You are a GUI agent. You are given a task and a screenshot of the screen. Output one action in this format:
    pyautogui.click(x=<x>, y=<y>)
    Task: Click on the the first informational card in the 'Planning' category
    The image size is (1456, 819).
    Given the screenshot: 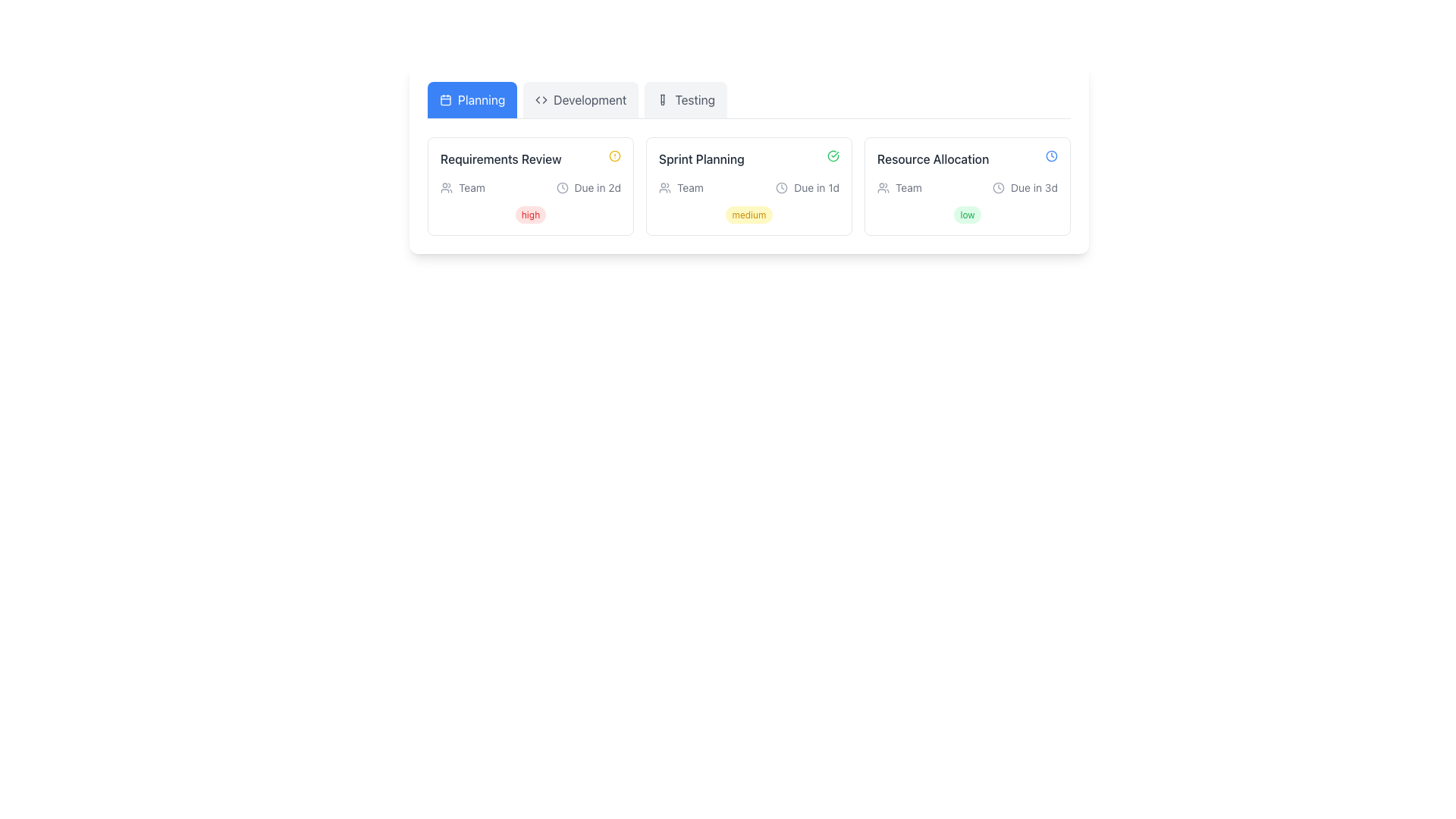 What is the action you would take?
    pyautogui.click(x=531, y=186)
    